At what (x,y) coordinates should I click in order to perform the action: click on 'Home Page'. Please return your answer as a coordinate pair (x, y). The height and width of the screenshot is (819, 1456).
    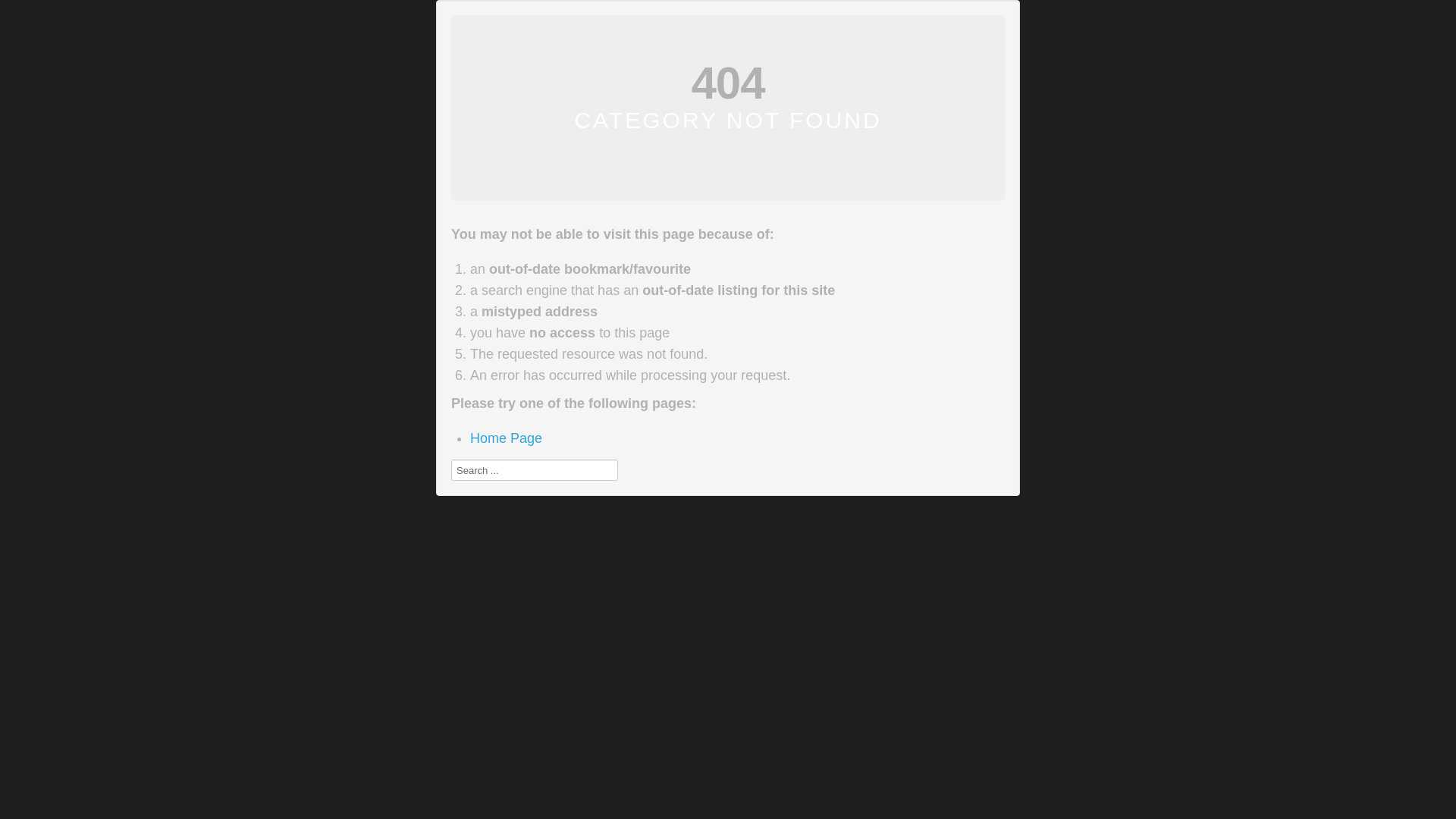
    Looking at the image, I should click on (506, 438).